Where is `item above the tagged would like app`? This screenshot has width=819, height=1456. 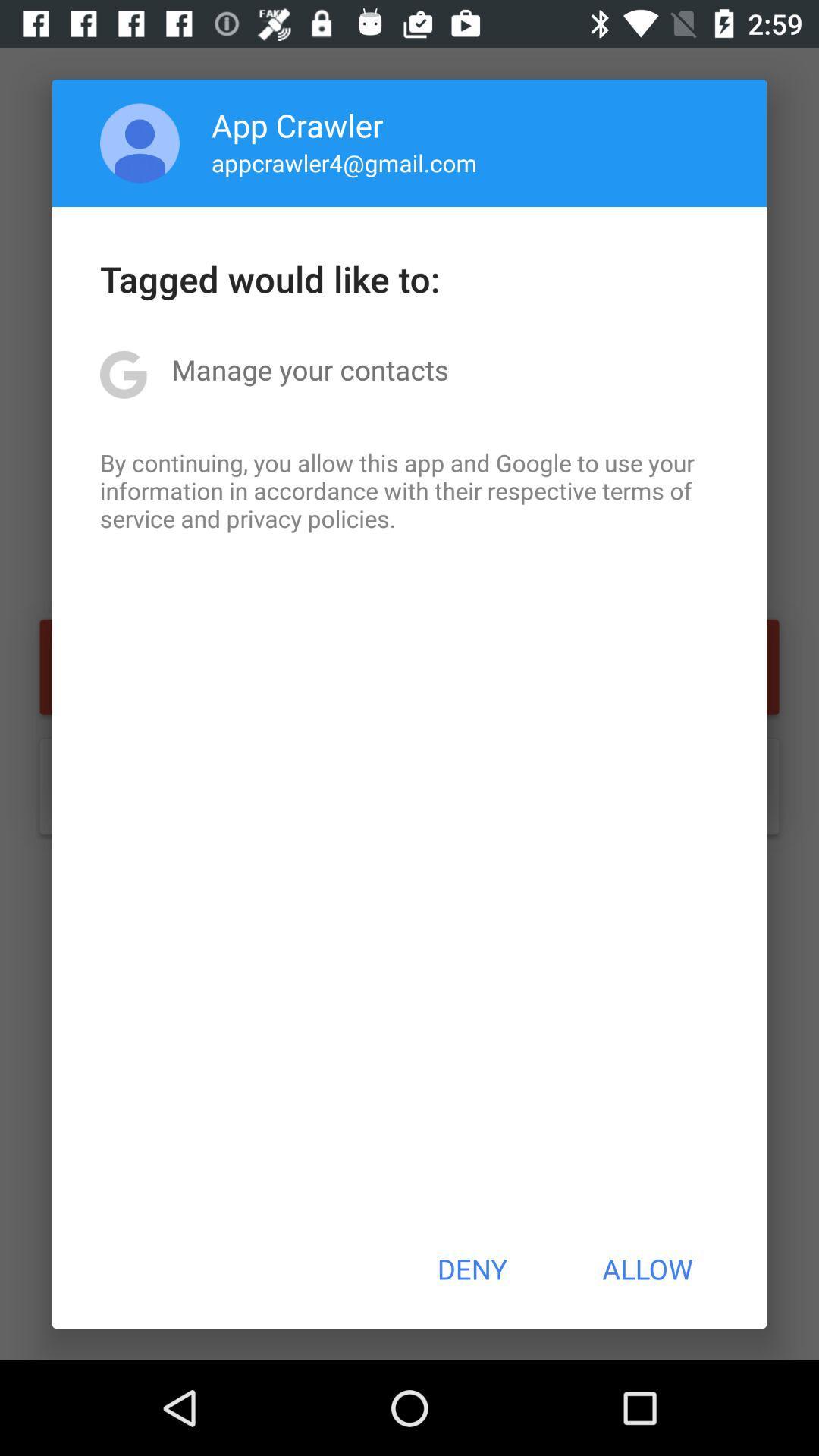
item above the tagged would like app is located at coordinates (140, 143).